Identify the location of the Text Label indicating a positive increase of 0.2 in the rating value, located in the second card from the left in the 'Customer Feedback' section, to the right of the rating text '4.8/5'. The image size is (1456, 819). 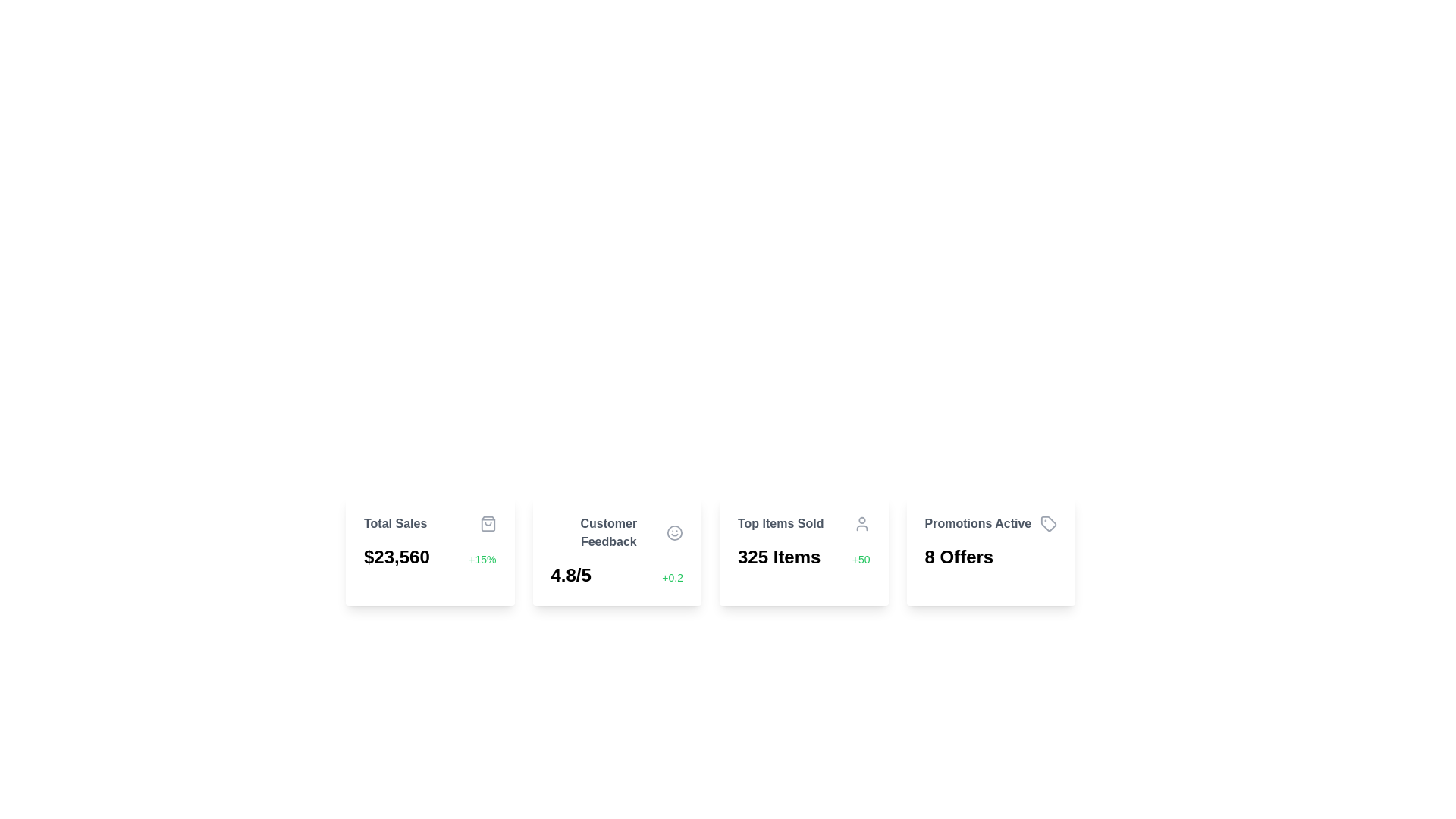
(672, 578).